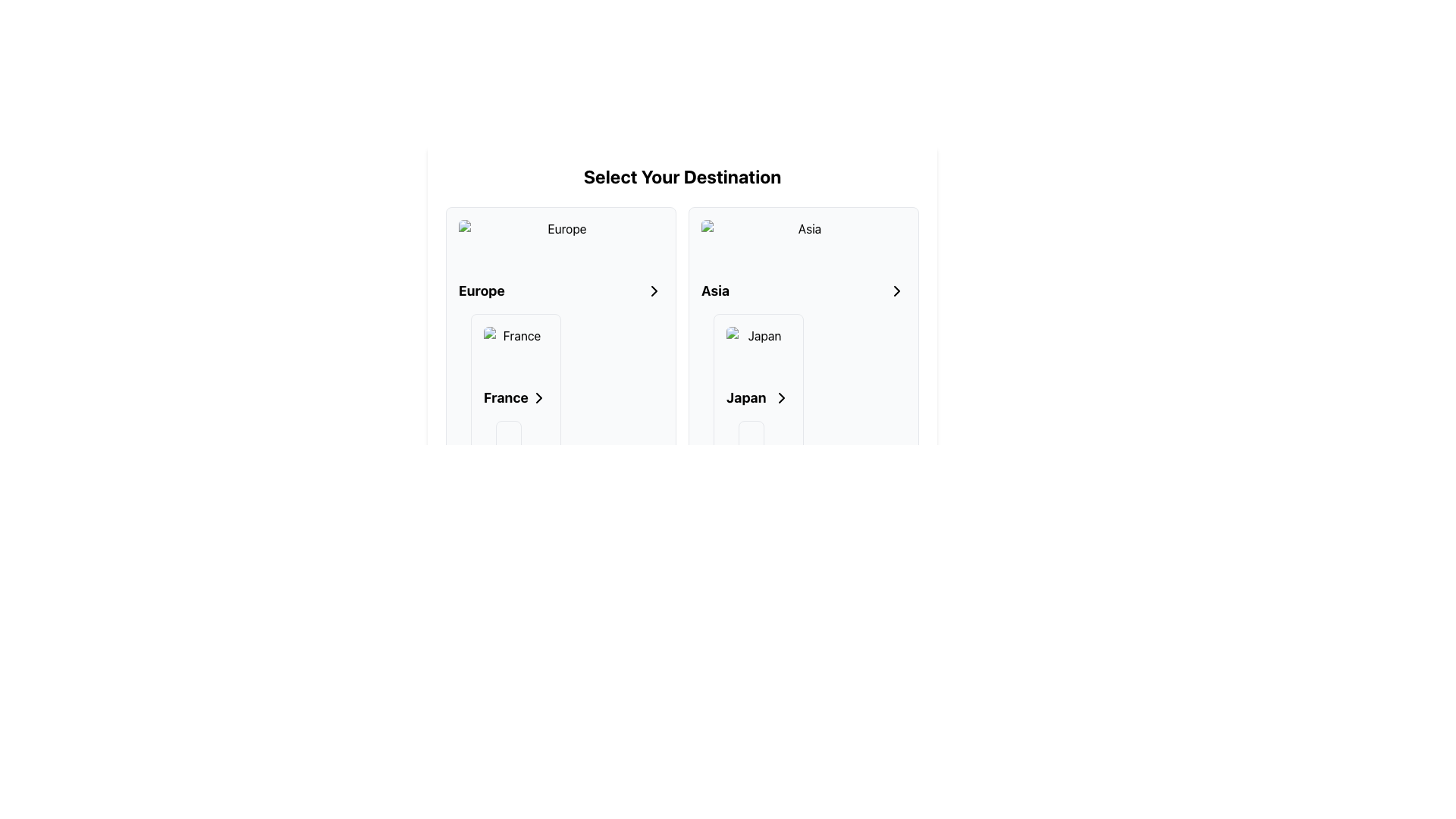 Image resolution: width=1456 pixels, height=819 pixels. Describe the element at coordinates (896, 291) in the screenshot. I see `the right-facing arrow icon located to the right of the text 'Asia'` at that location.